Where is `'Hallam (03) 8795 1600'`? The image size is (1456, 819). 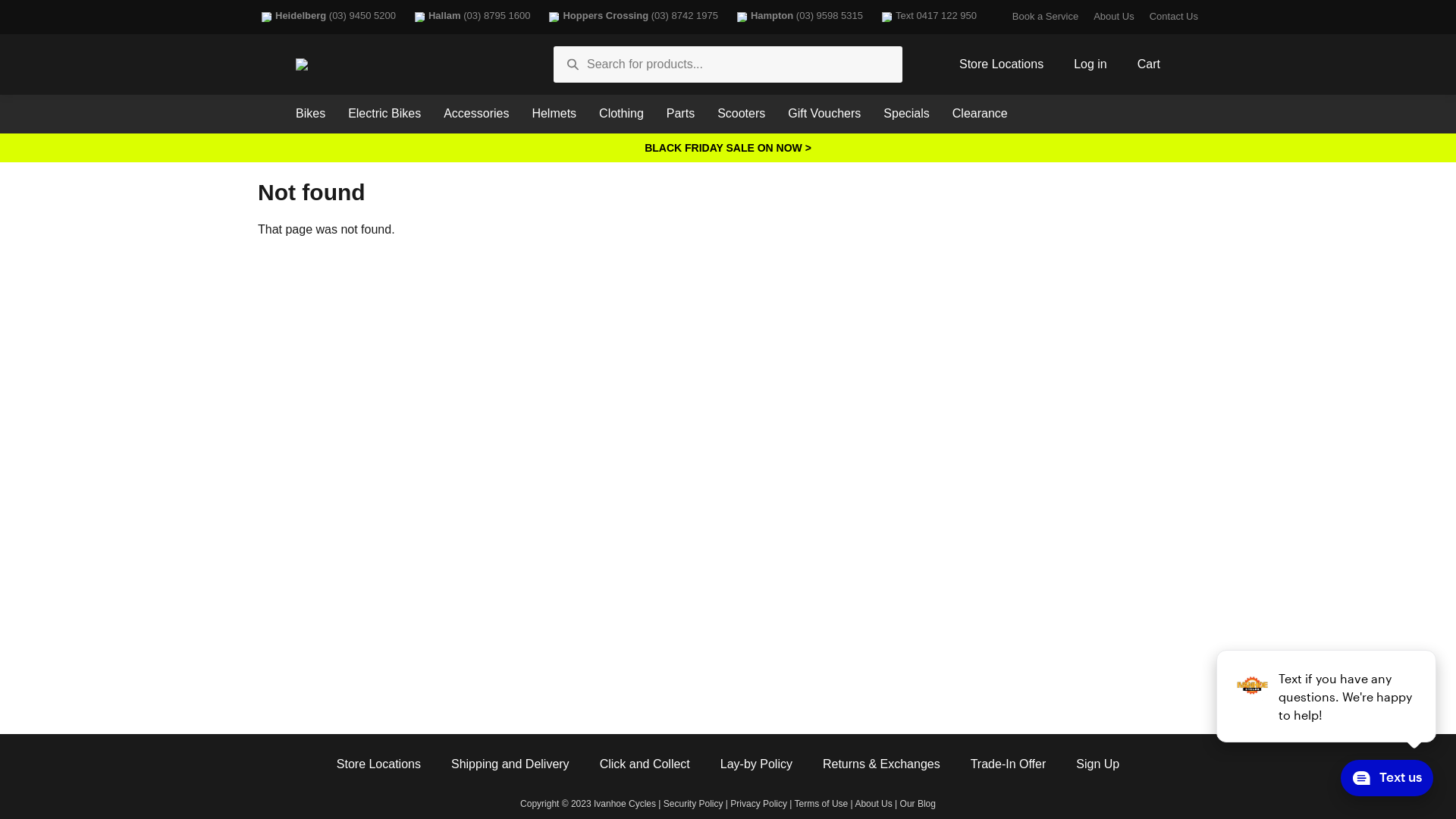 'Hallam (03) 8795 1600' is located at coordinates (469, 17).